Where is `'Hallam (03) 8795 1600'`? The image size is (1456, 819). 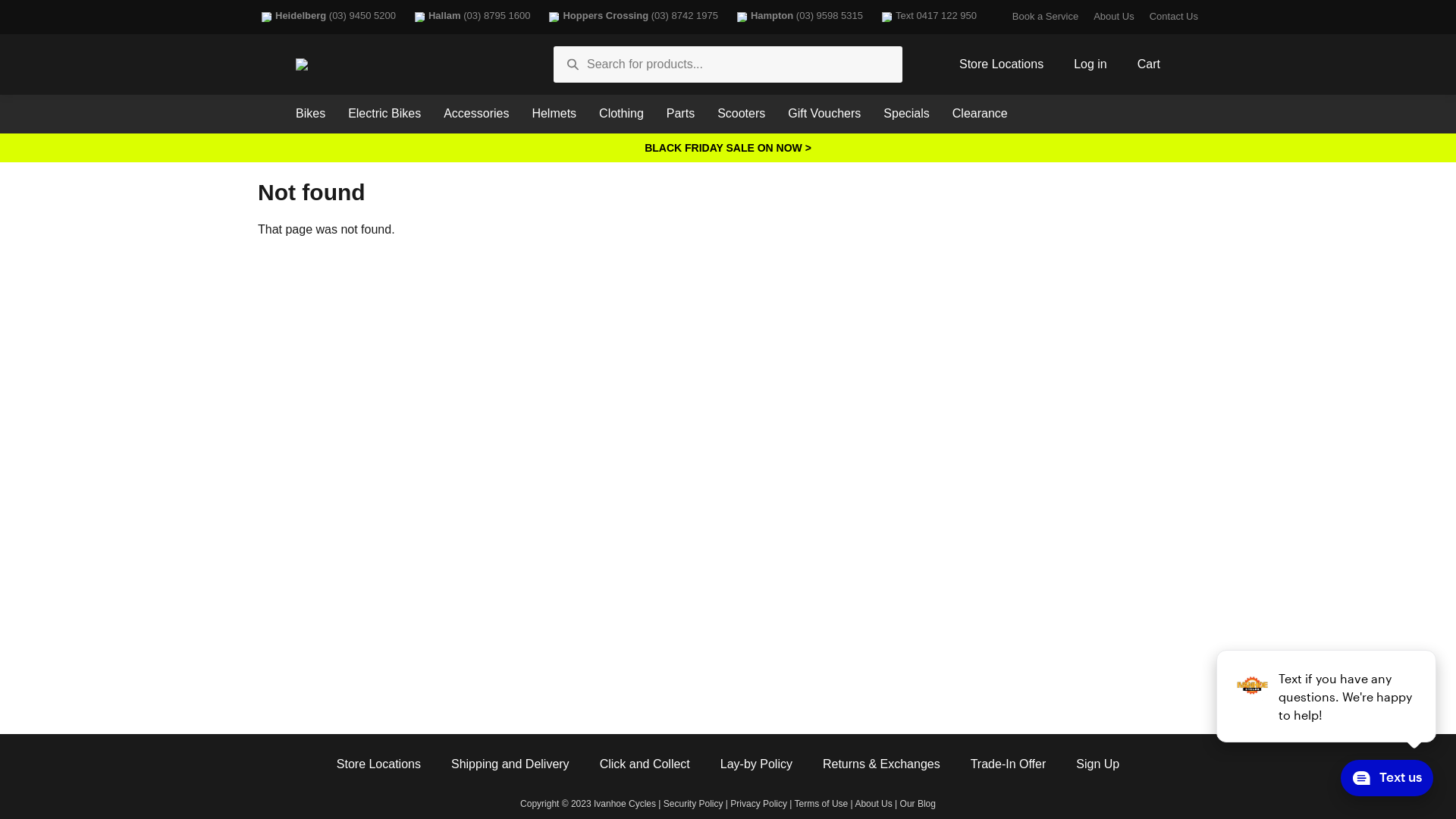 'Hallam (03) 8795 1600' is located at coordinates (469, 17).